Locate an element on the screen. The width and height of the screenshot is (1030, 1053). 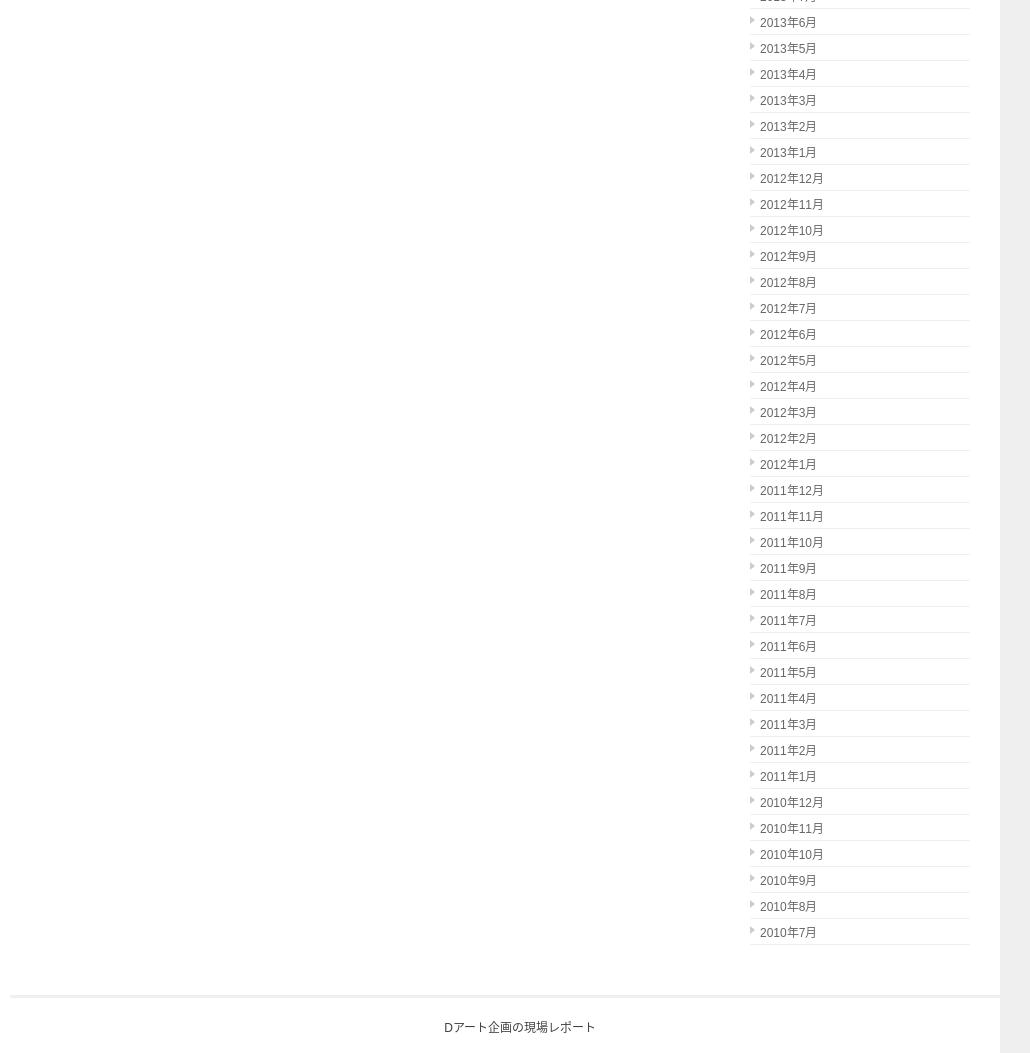
'2012年6月' is located at coordinates (787, 334).